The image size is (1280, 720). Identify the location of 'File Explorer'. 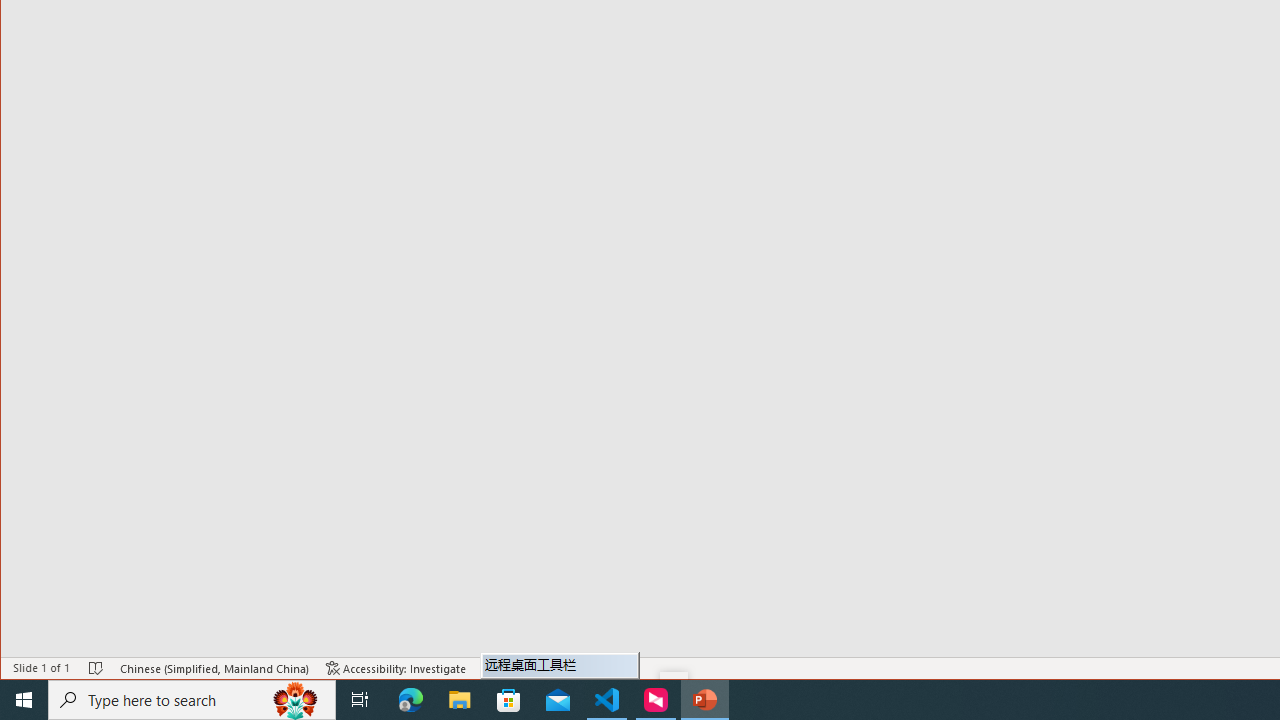
(459, 698).